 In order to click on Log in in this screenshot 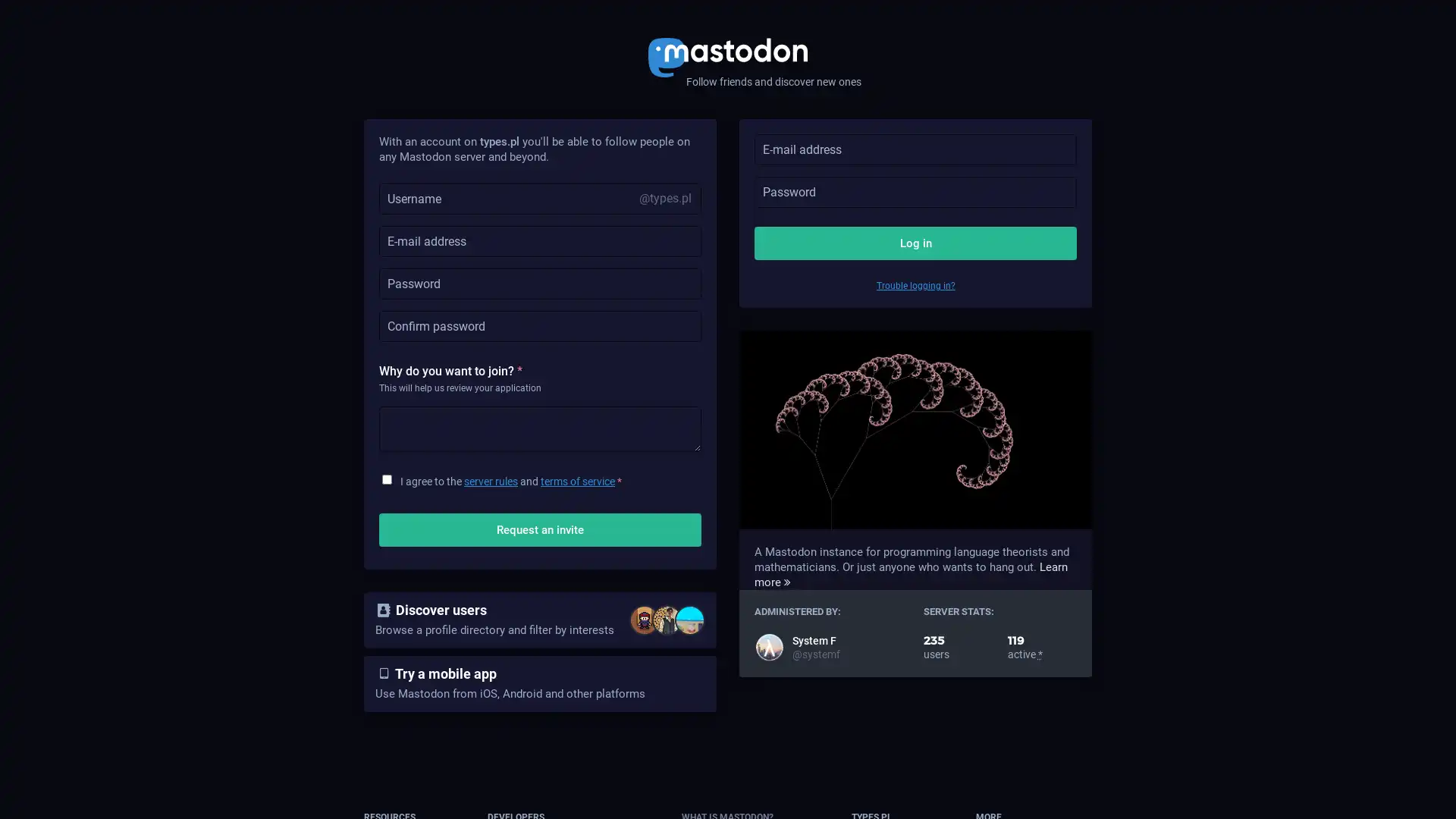, I will do `click(915, 242)`.